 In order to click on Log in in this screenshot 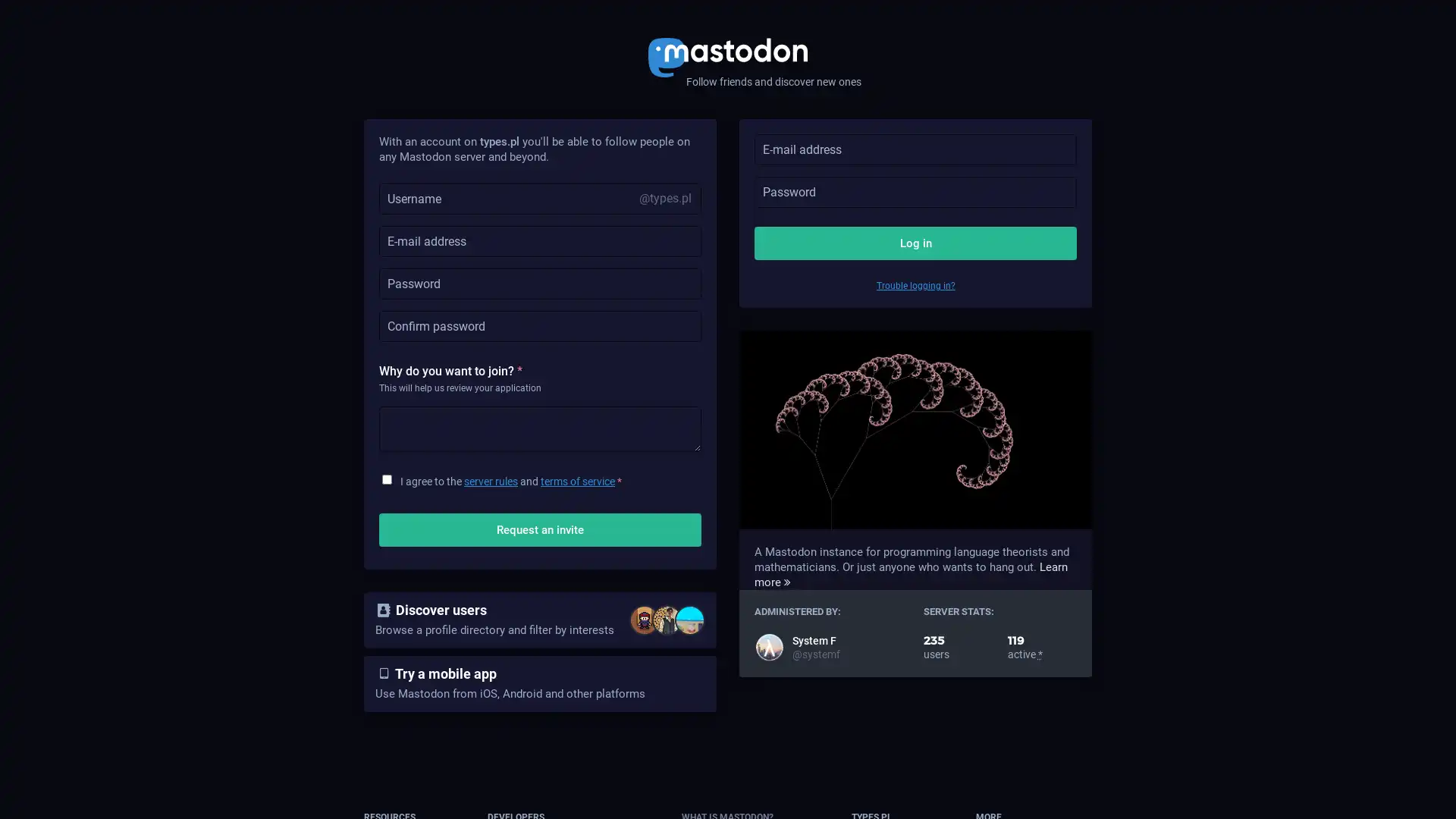, I will do `click(915, 242)`.